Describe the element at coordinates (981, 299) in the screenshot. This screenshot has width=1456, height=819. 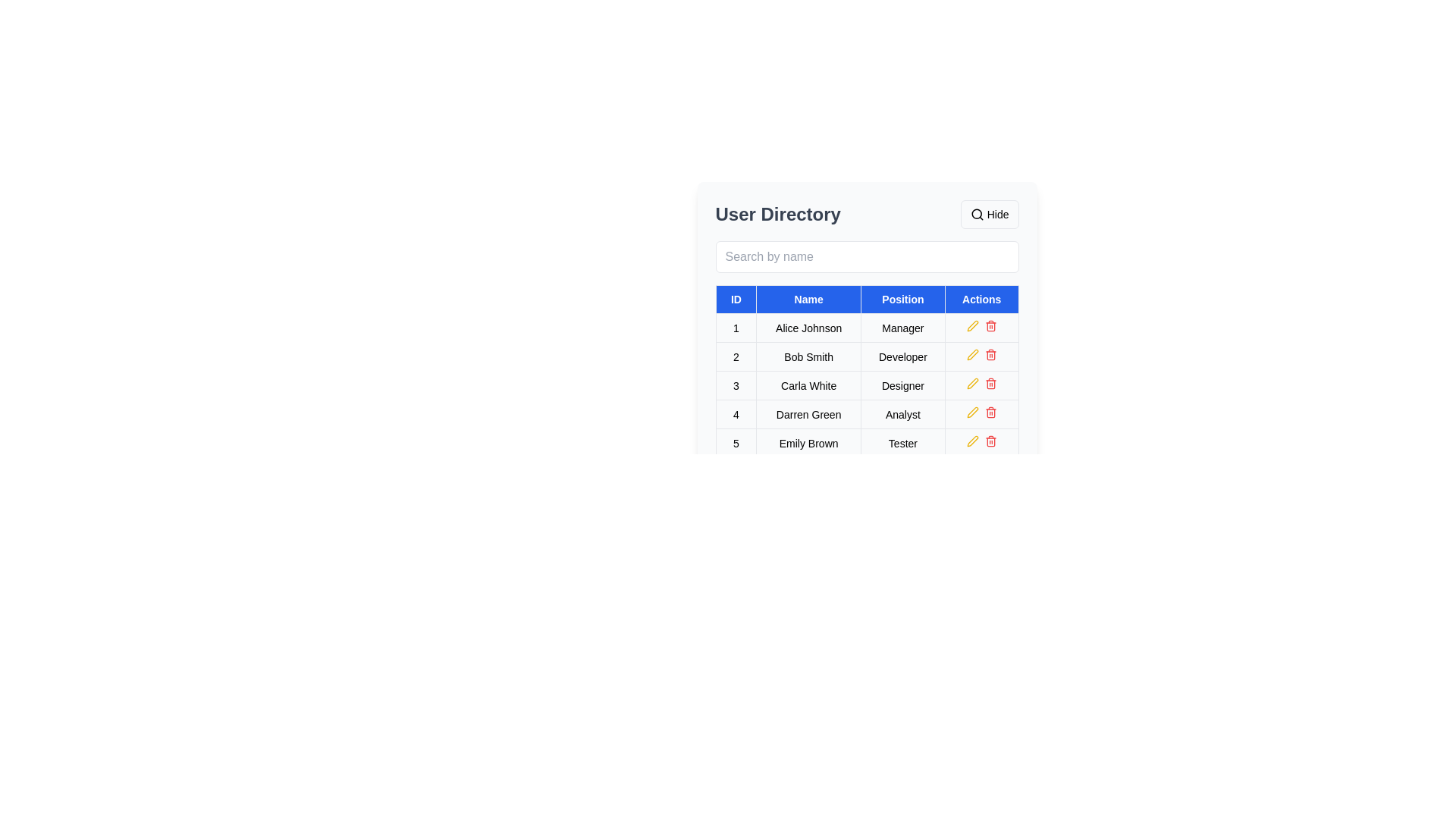
I see `the table header cell located at the top-right corner of the table, which indicates actionable operations for the column` at that location.